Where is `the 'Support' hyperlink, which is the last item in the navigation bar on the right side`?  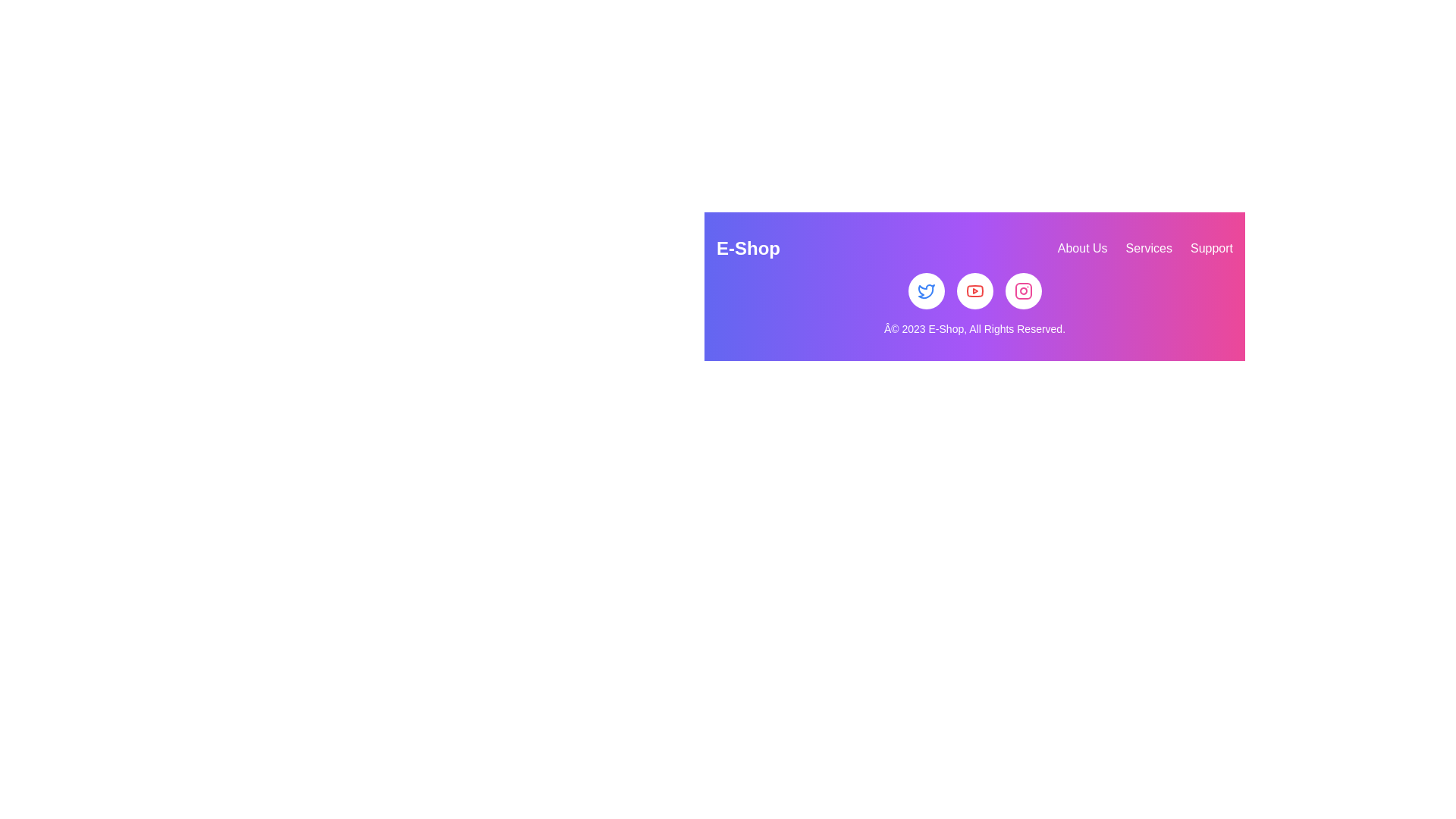 the 'Support' hyperlink, which is the last item in the navigation bar on the right side is located at coordinates (1211, 247).